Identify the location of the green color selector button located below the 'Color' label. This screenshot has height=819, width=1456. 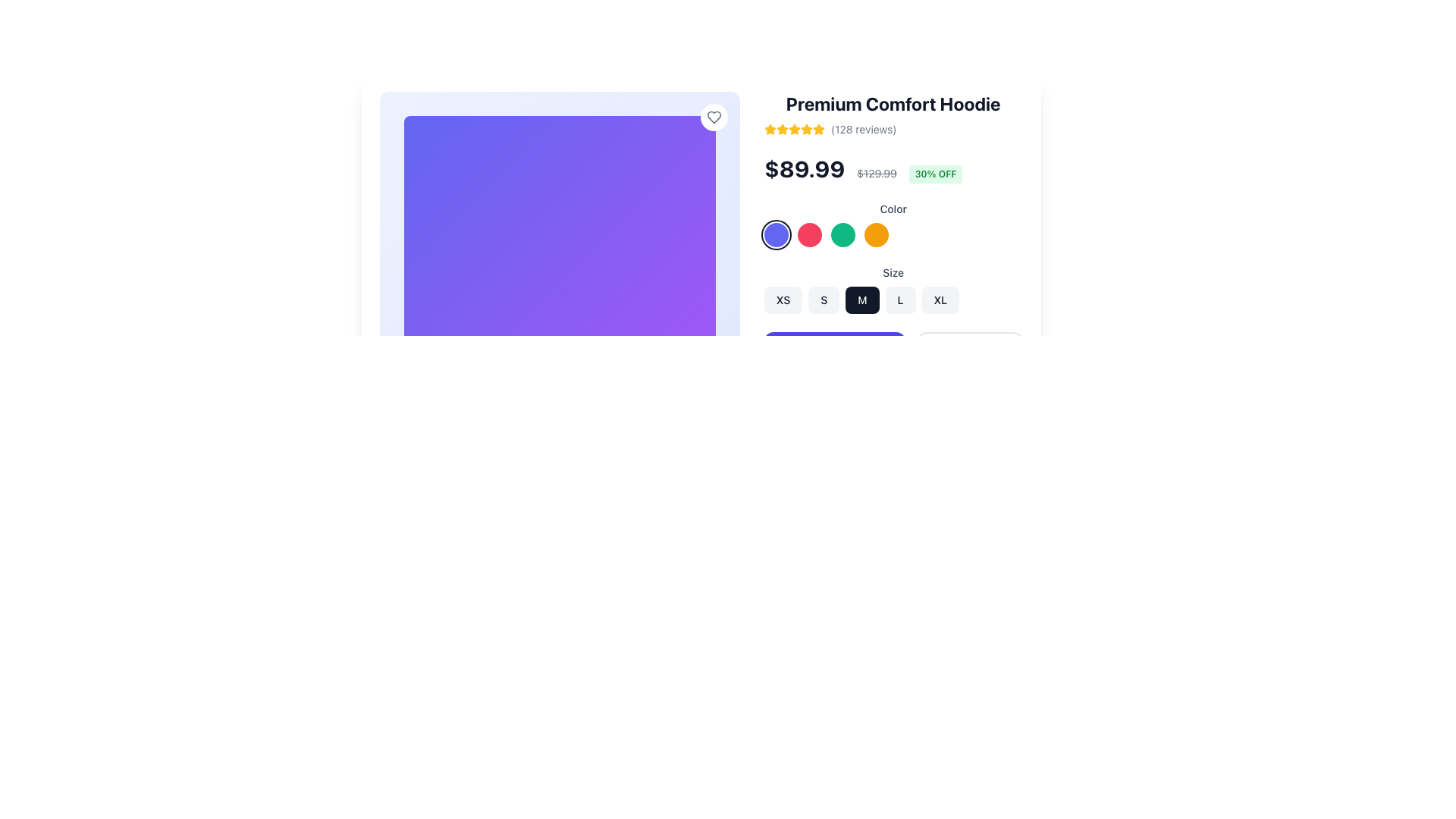
(842, 234).